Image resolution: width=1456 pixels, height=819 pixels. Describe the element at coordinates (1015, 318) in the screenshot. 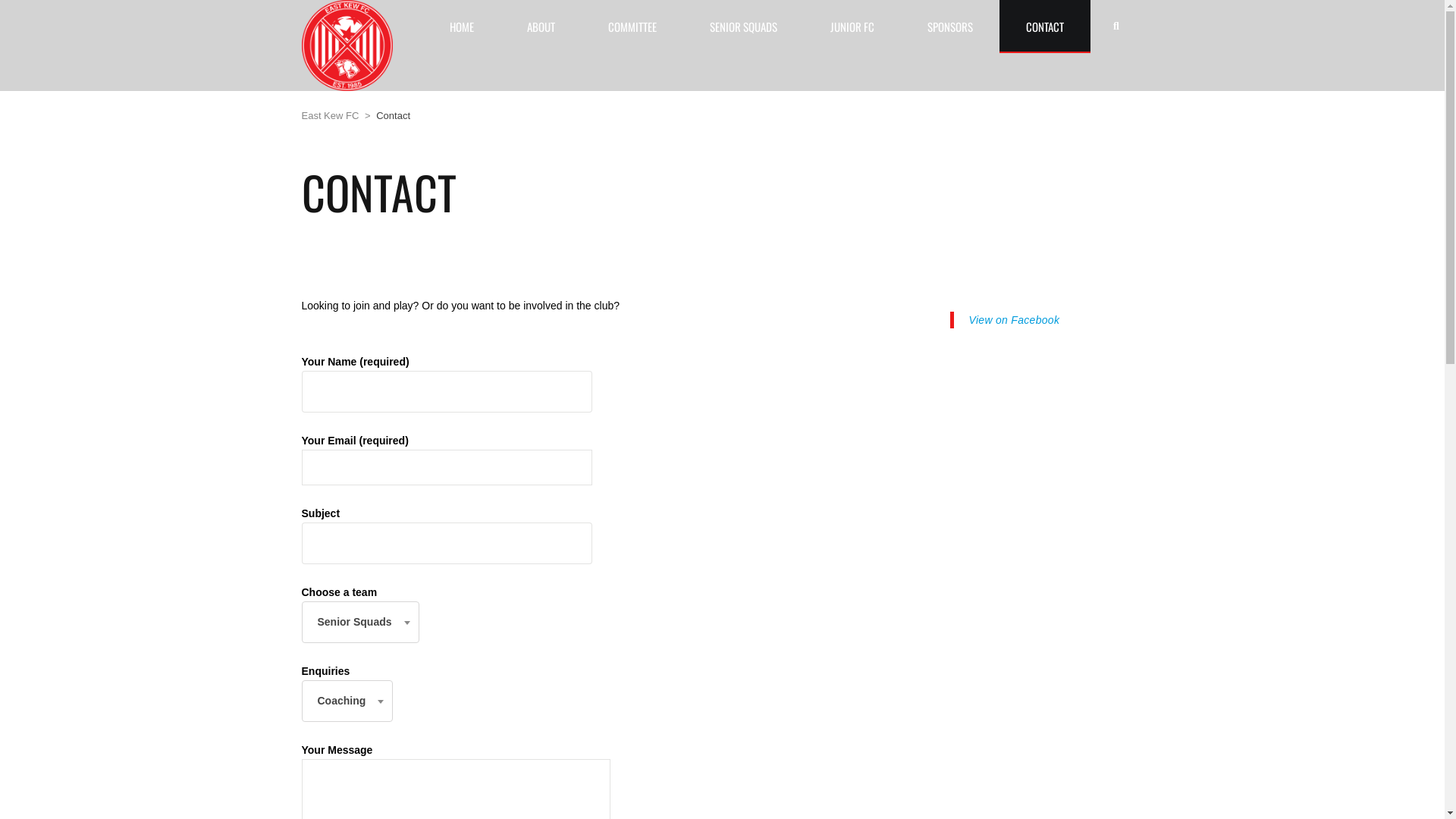

I see `'View on Facebook'` at that location.